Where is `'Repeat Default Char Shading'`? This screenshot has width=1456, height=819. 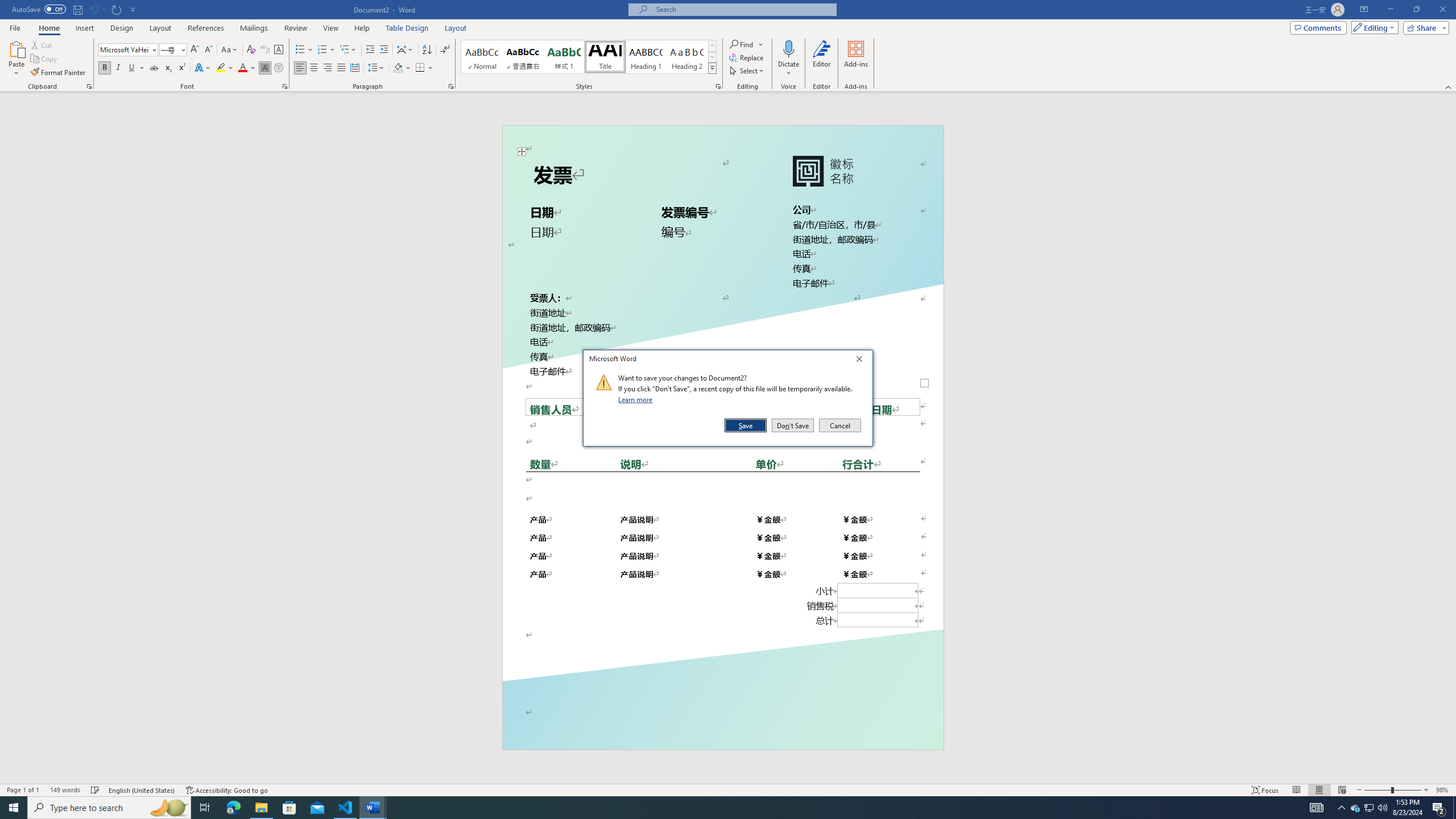 'Repeat Default Char Shading' is located at coordinates (117, 9).